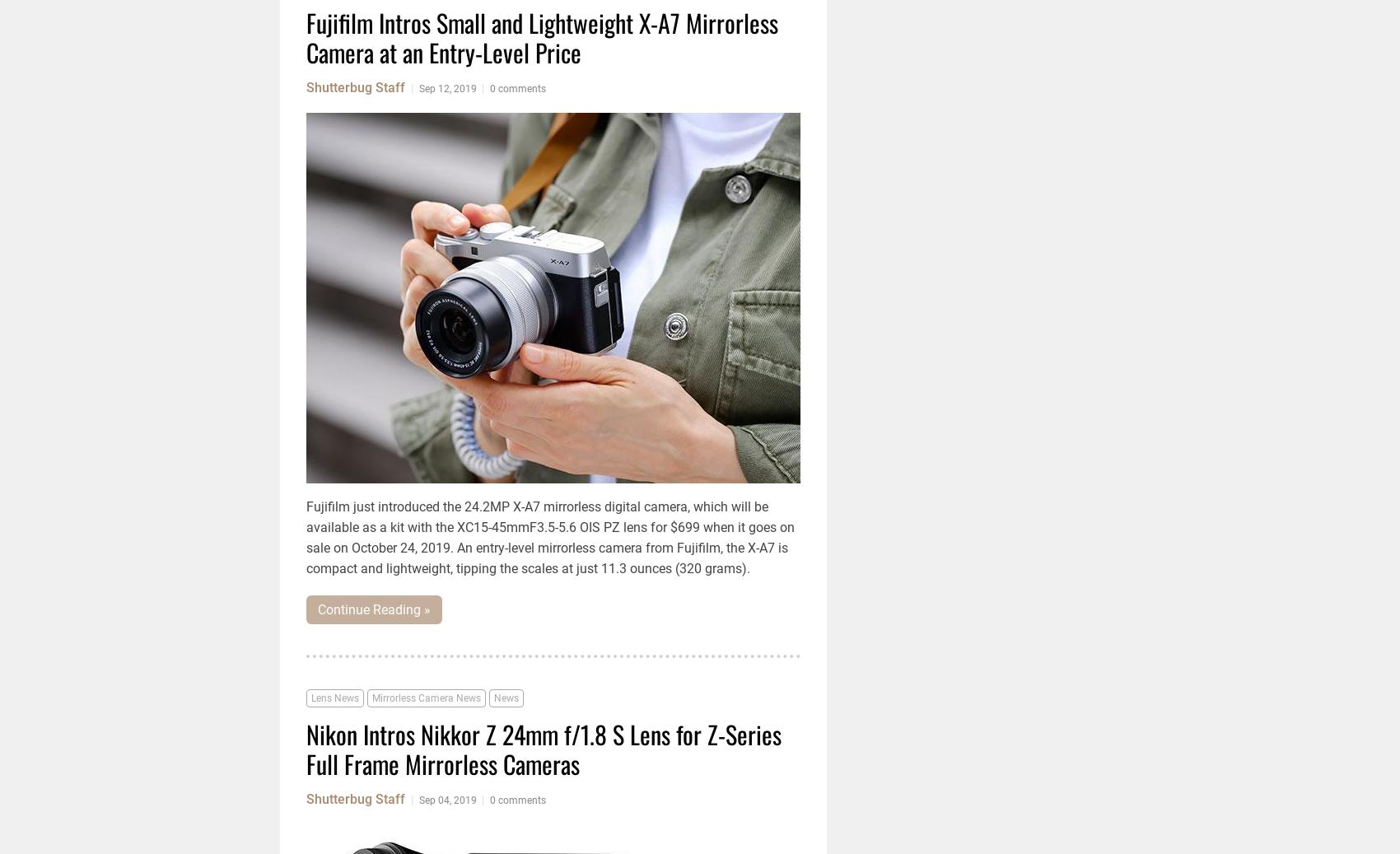  Describe the element at coordinates (317, 609) in the screenshot. I see `'Continue Reading »'` at that location.